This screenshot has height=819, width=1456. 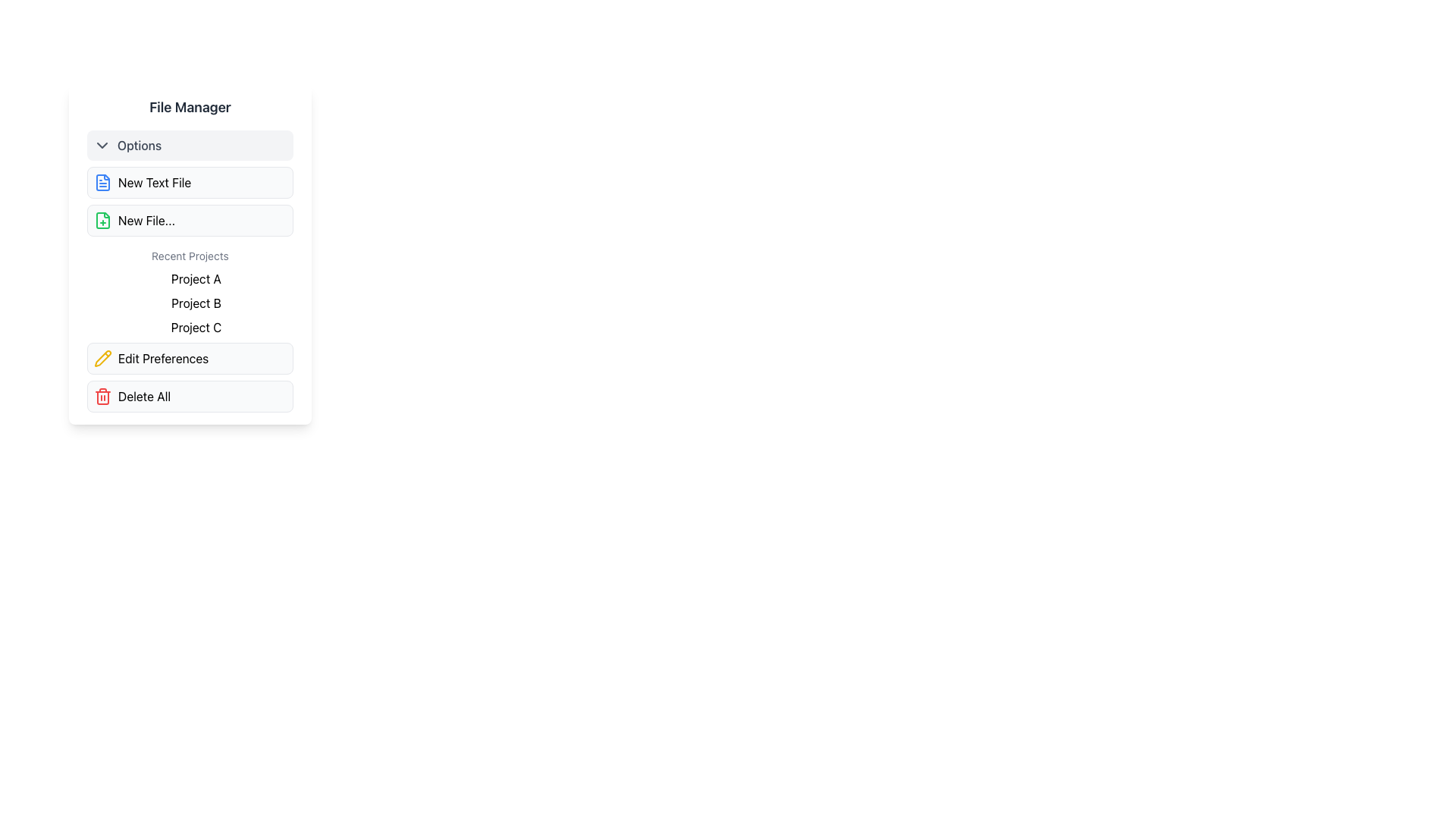 I want to click on the 'Delete All' button with a light gray background and a red trashcan icon, so click(x=189, y=396).